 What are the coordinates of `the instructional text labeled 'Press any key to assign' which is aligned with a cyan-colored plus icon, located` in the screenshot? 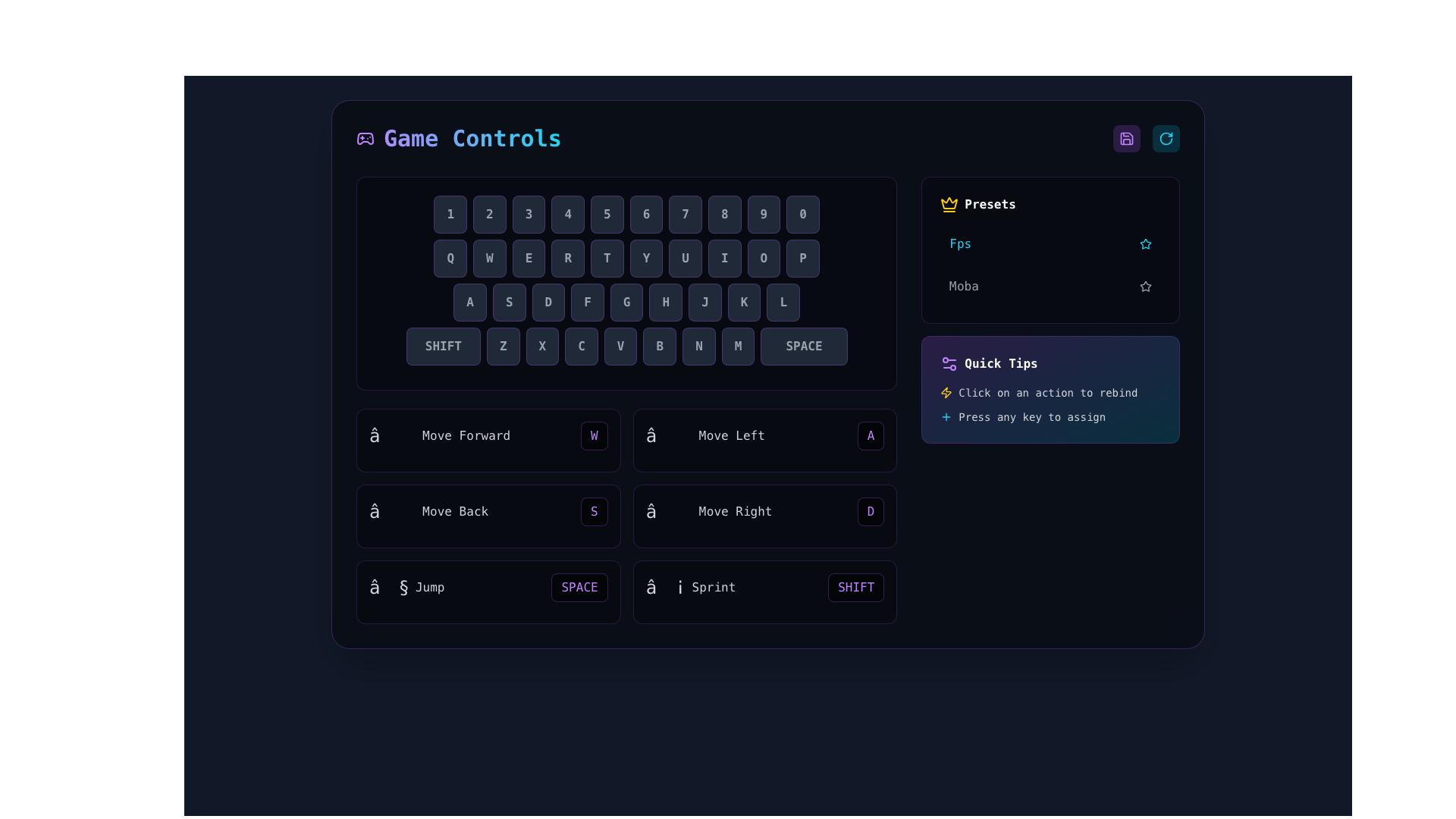 It's located at (1050, 417).